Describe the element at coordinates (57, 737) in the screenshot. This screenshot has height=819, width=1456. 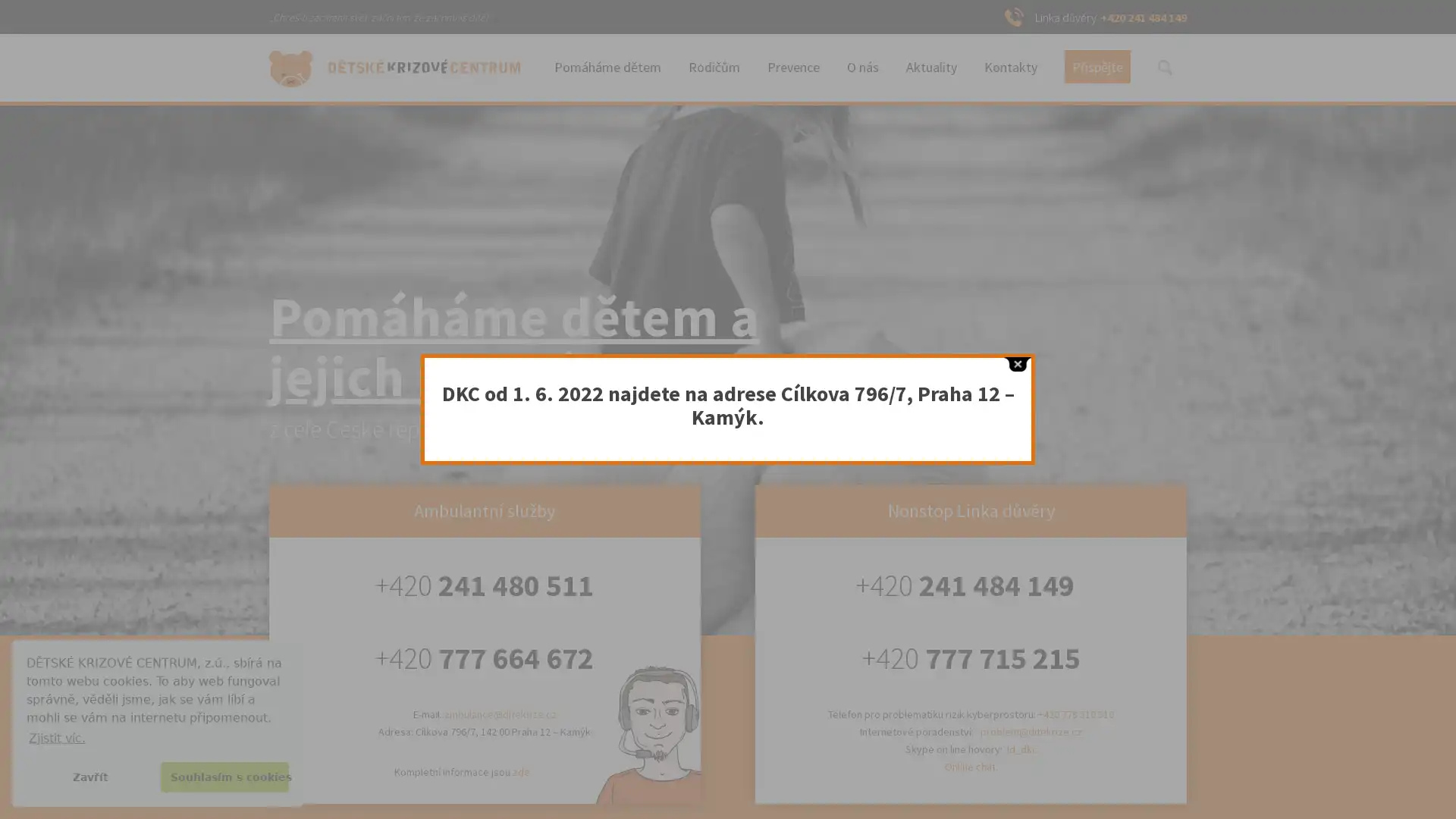
I see `learn more about cookies` at that location.